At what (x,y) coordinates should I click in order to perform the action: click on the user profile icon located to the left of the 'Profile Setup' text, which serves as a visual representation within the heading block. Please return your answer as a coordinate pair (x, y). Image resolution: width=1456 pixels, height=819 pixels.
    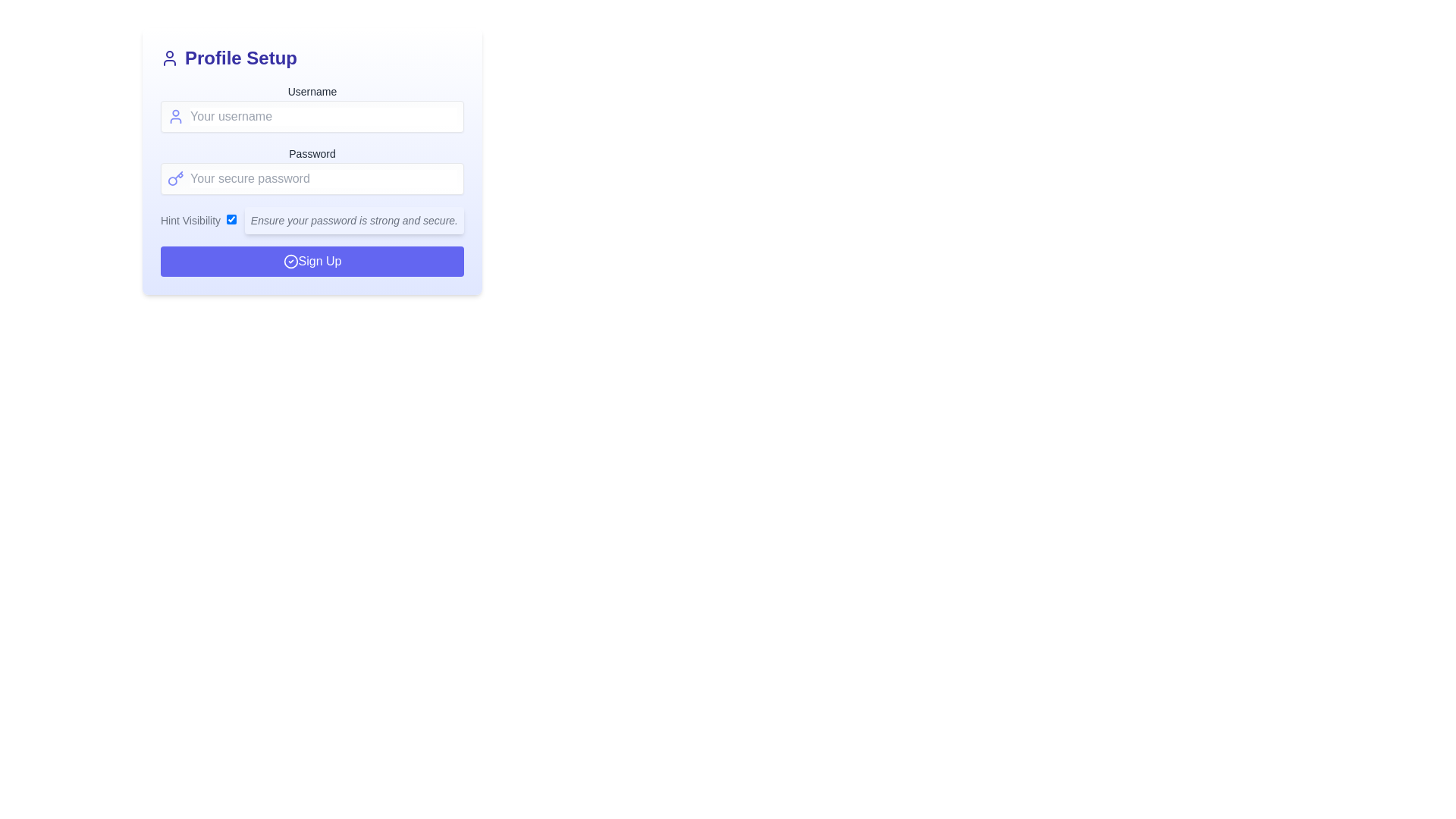
    Looking at the image, I should click on (170, 58).